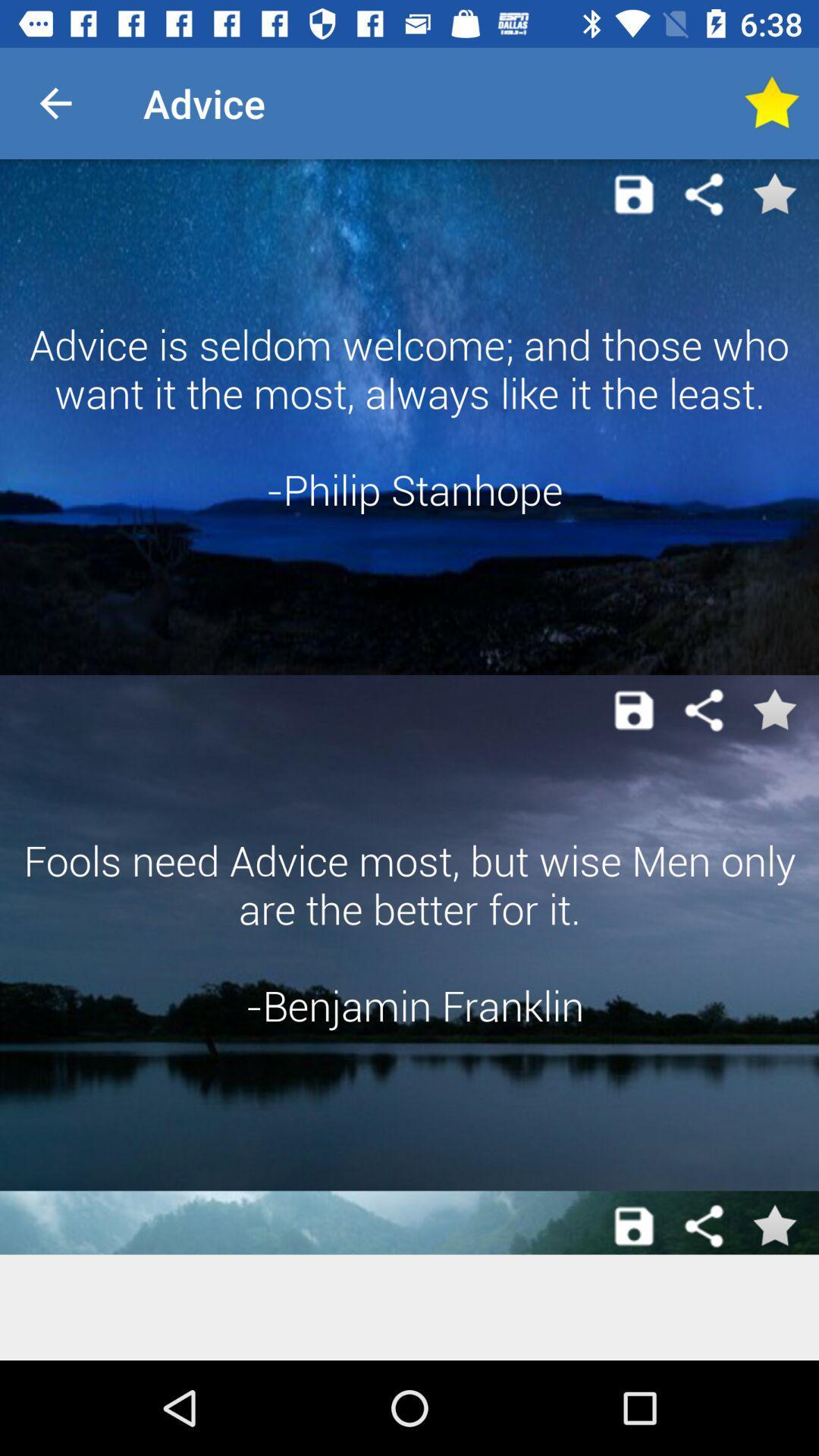 Image resolution: width=819 pixels, height=1456 pixels. What do you see at coordinates (773, 1226) in the screenshot?
I see `favorites button` at bounding box center [773, 1226].